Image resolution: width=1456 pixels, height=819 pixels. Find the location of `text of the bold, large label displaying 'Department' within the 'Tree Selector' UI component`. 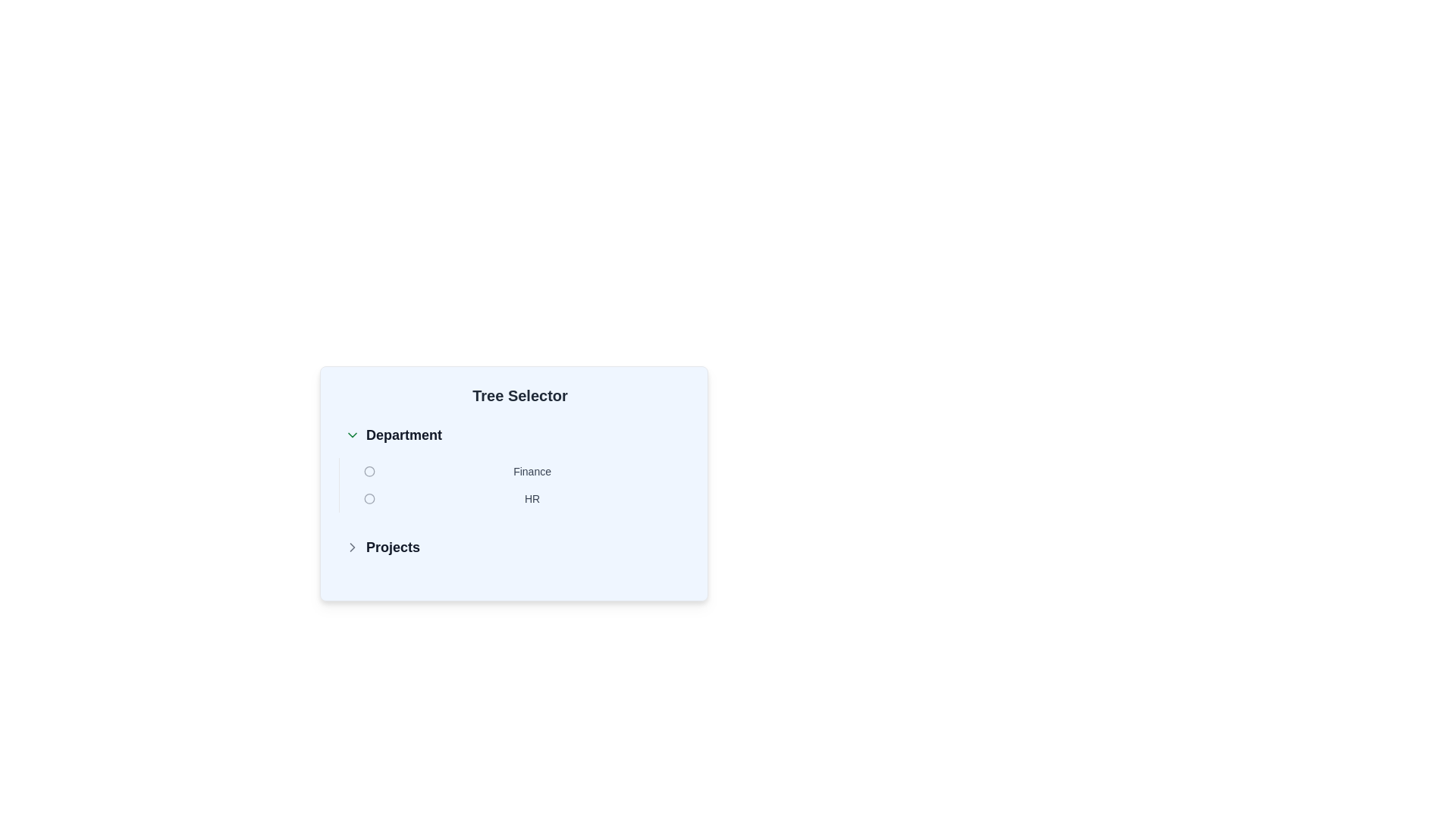

text of the bold, large label displaying 'Department' within the 'Tree Selector' UI component is located at coordinates (403, 435).